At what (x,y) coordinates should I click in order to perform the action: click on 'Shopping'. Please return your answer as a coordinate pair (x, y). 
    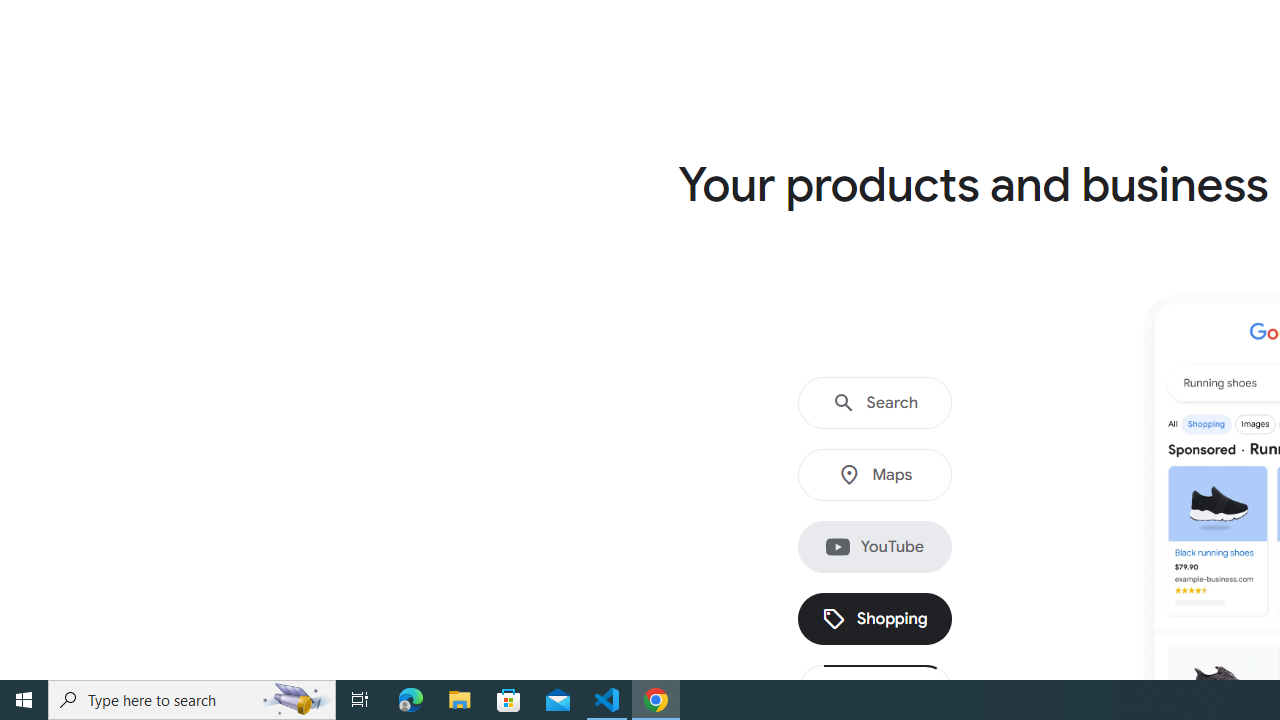
    Looking at the image, I should click on (874, 618).